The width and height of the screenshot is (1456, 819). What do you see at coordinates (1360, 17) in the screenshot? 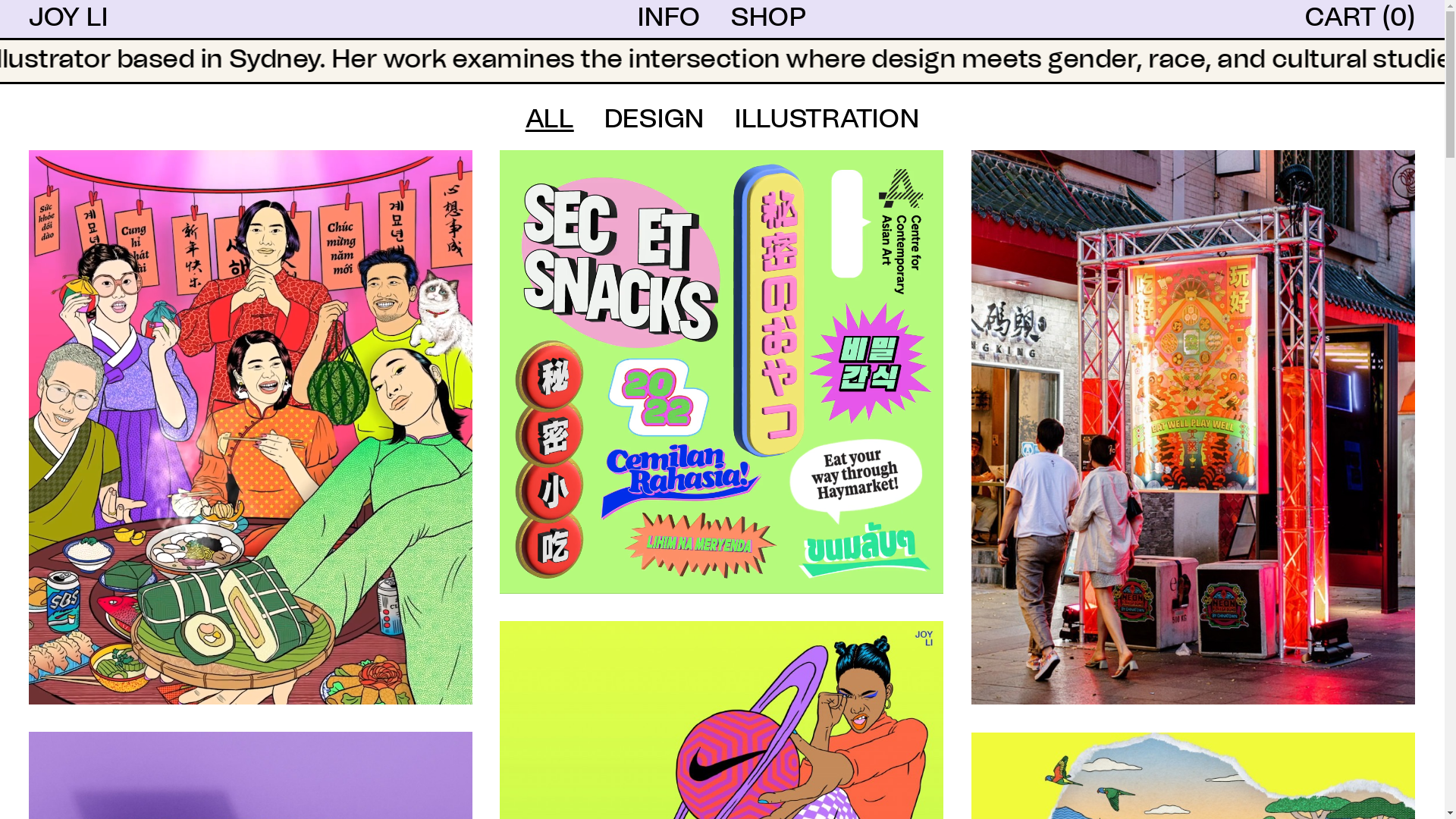
I see `'CART (0)'` at bounding box center [1360, 17].